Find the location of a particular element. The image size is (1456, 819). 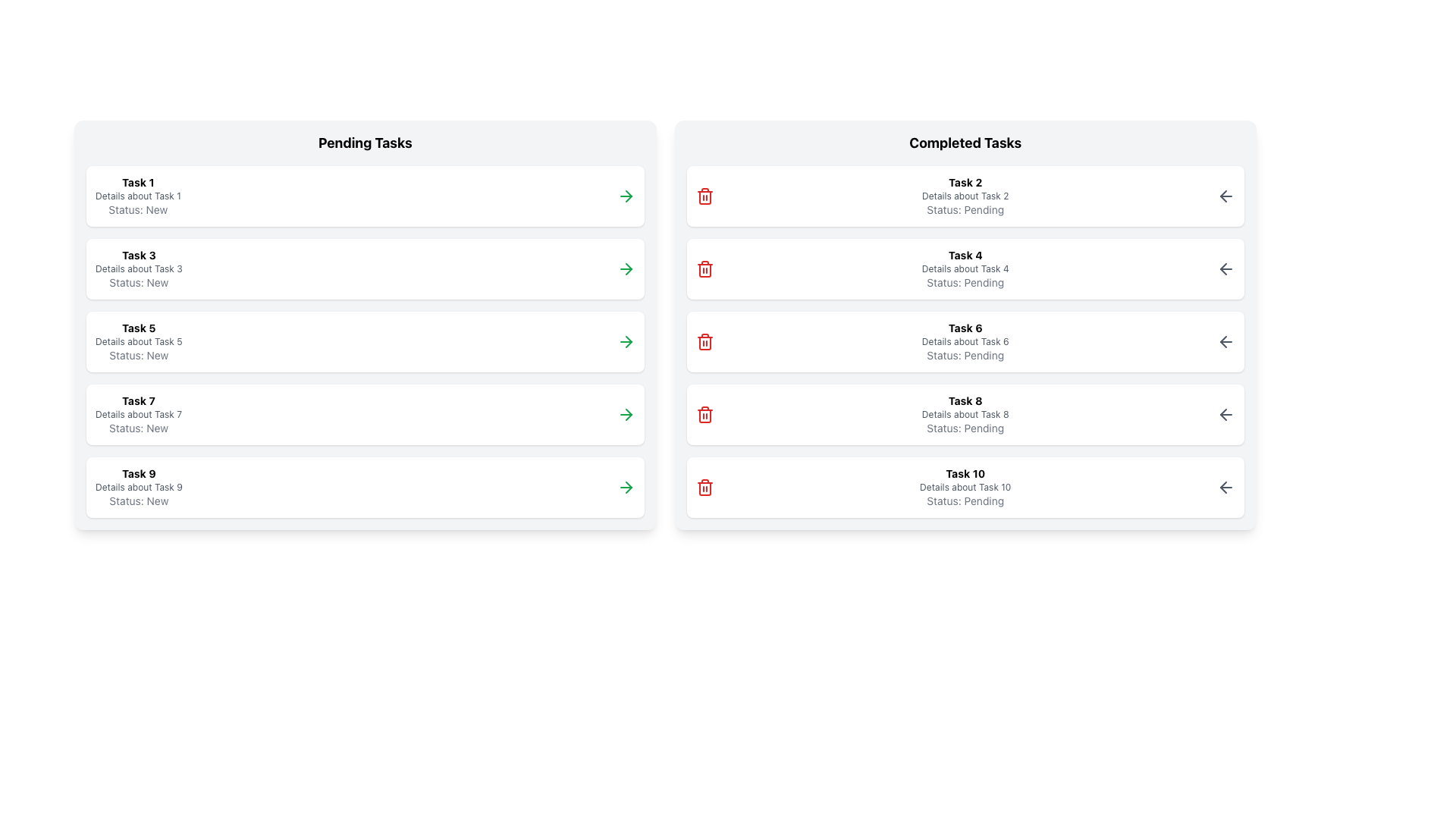

the text label that reads 'Status: New', which is styled in gray and located beneath 'Details about Task 1' in the 'Pending Tasks' section, specifically under the first task card labeled 'Task 1' is located at coordinates (138, 209).